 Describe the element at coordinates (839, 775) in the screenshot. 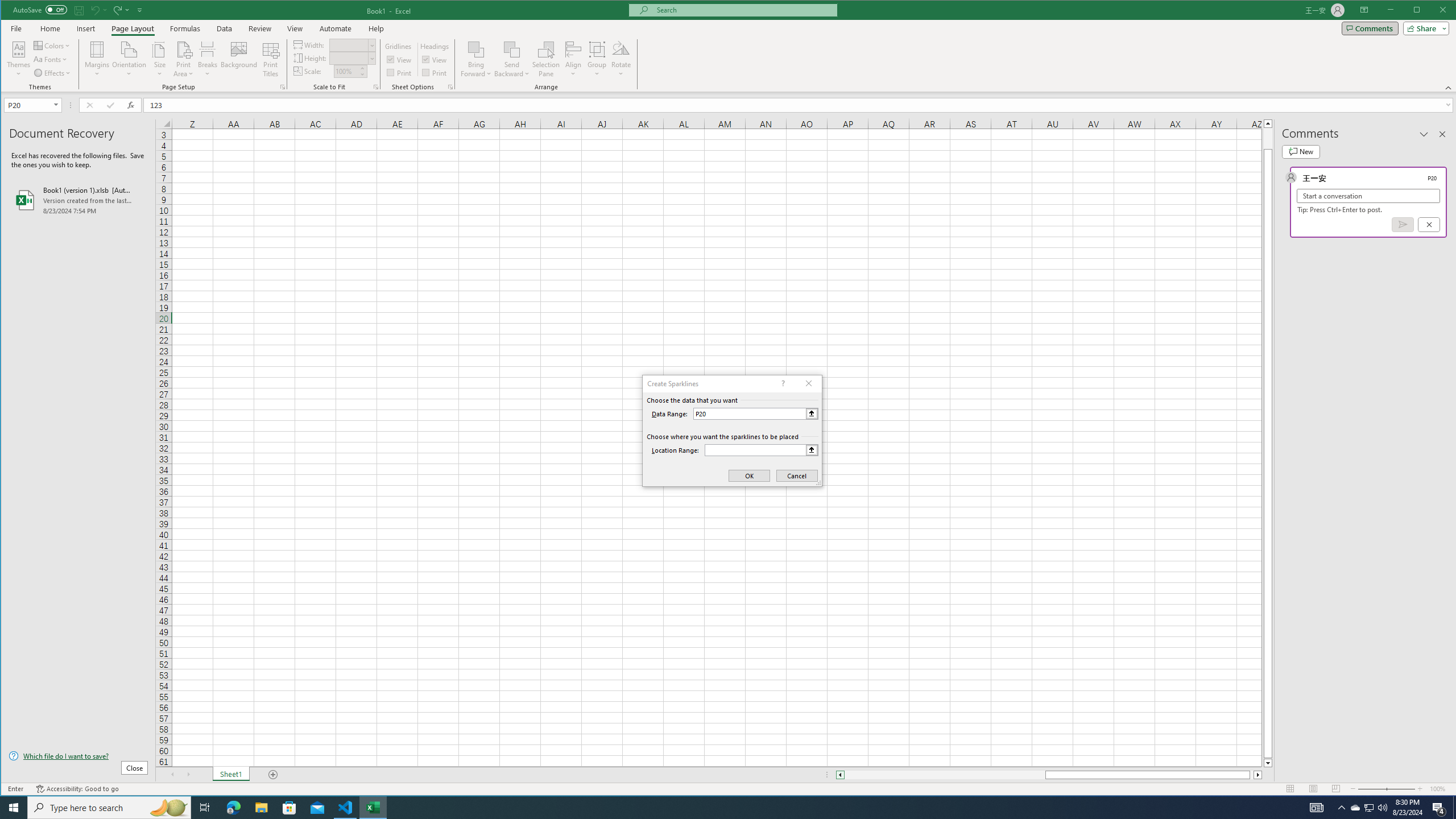

I see `'Column left'` at that location.